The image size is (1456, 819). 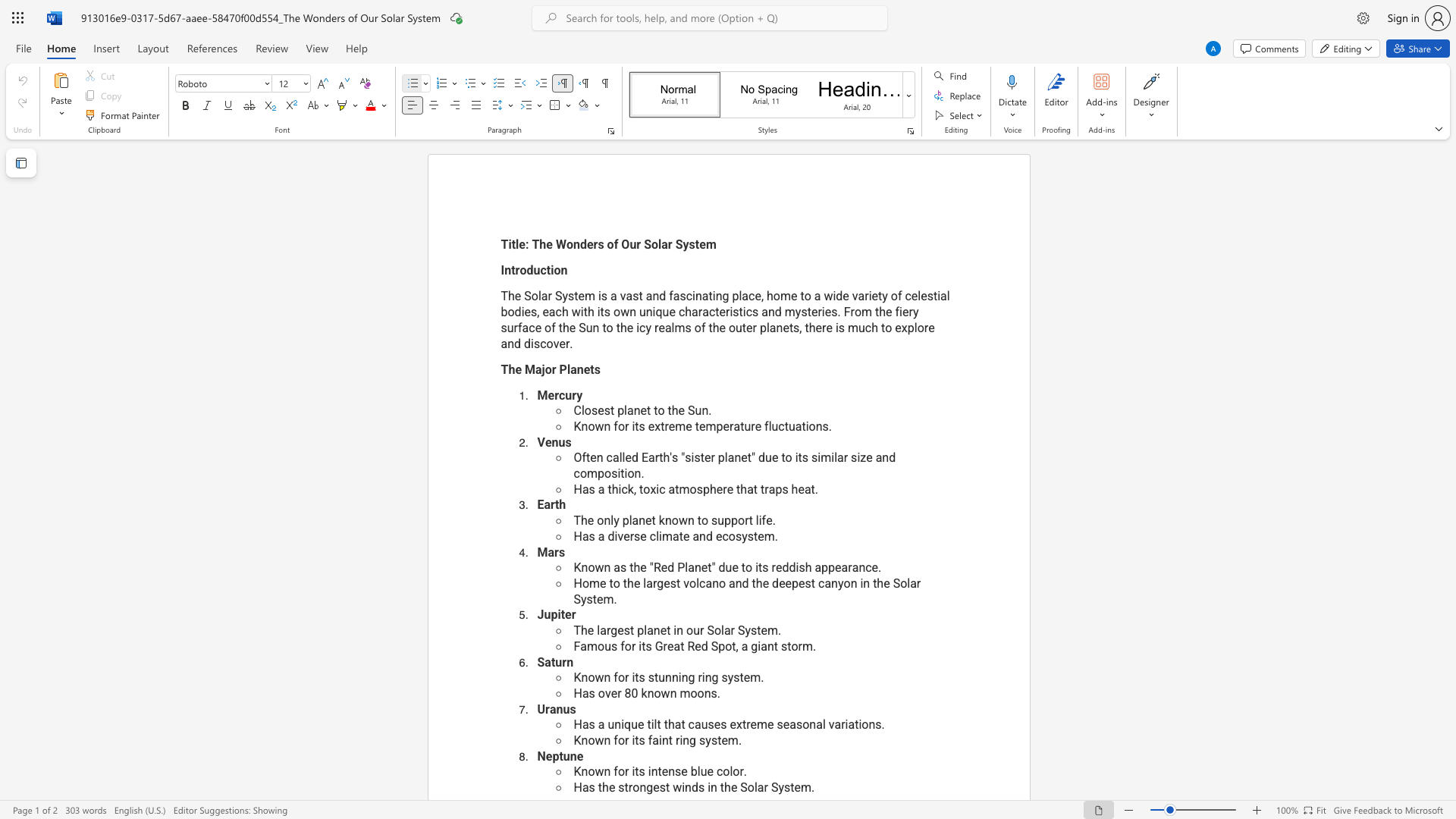 I want to click on the space between the continuous character "n" and "o" in the text, so click(x=718, y=582).